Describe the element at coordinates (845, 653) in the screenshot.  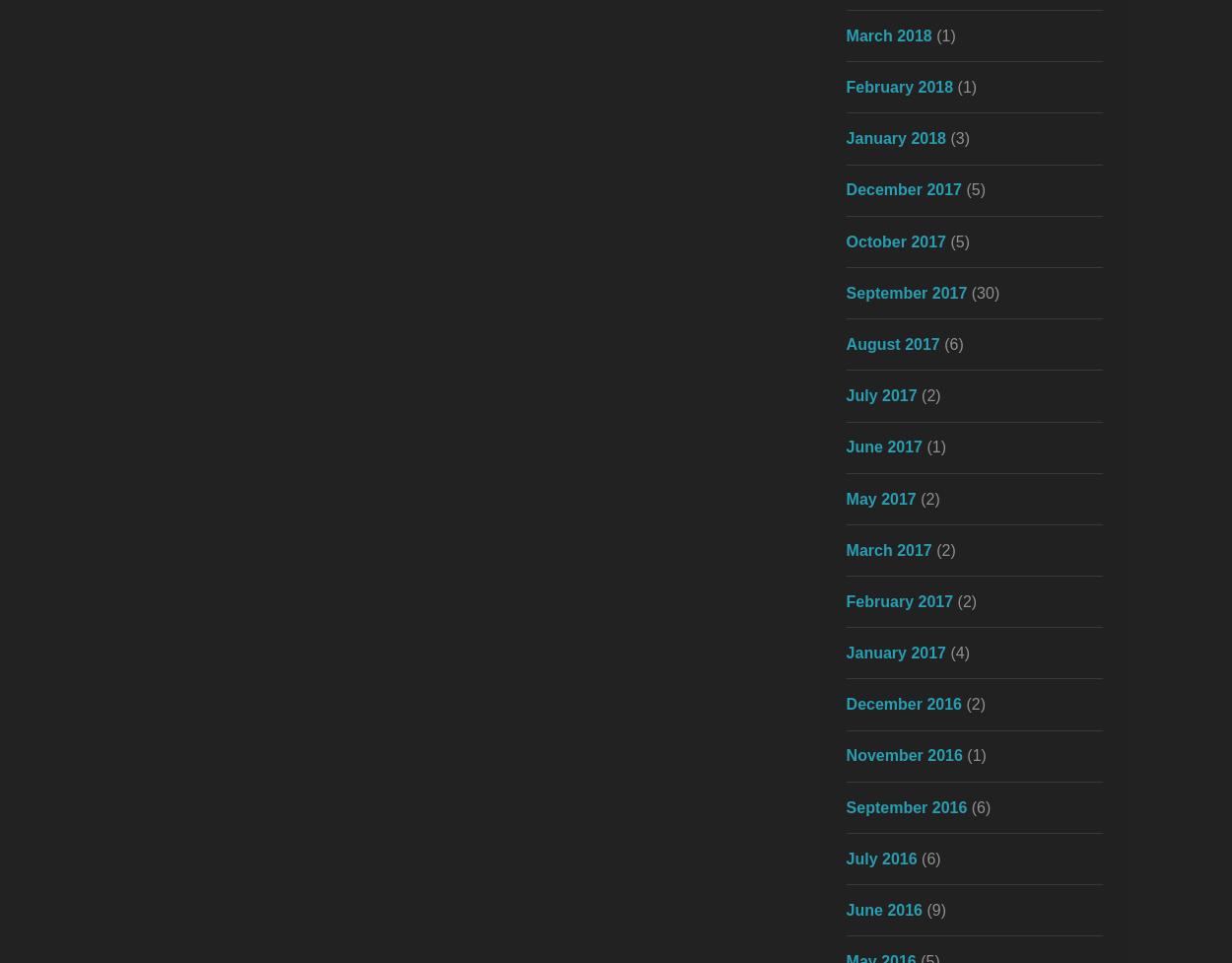
I see `'January 2017'` at that location.